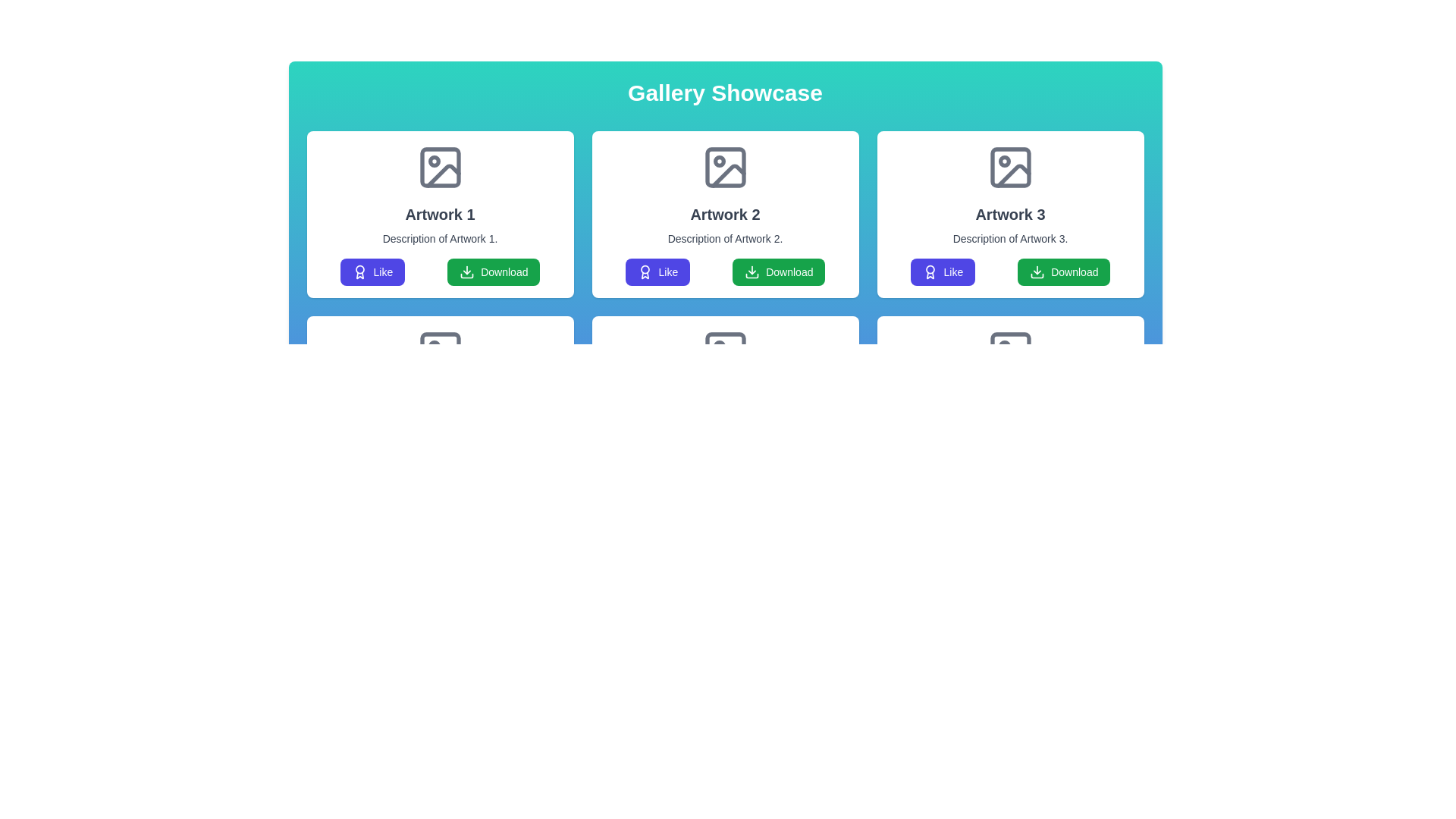 This screenshot has width=1456, height=819. Describe the element at coordinates (1010, 167) in the screenshot. I see `the small gray decorative rectangle with rounded corners located in the top-right image labeled 'Artwork 3', positioned inside the image frame next to a circular icon` at that location.